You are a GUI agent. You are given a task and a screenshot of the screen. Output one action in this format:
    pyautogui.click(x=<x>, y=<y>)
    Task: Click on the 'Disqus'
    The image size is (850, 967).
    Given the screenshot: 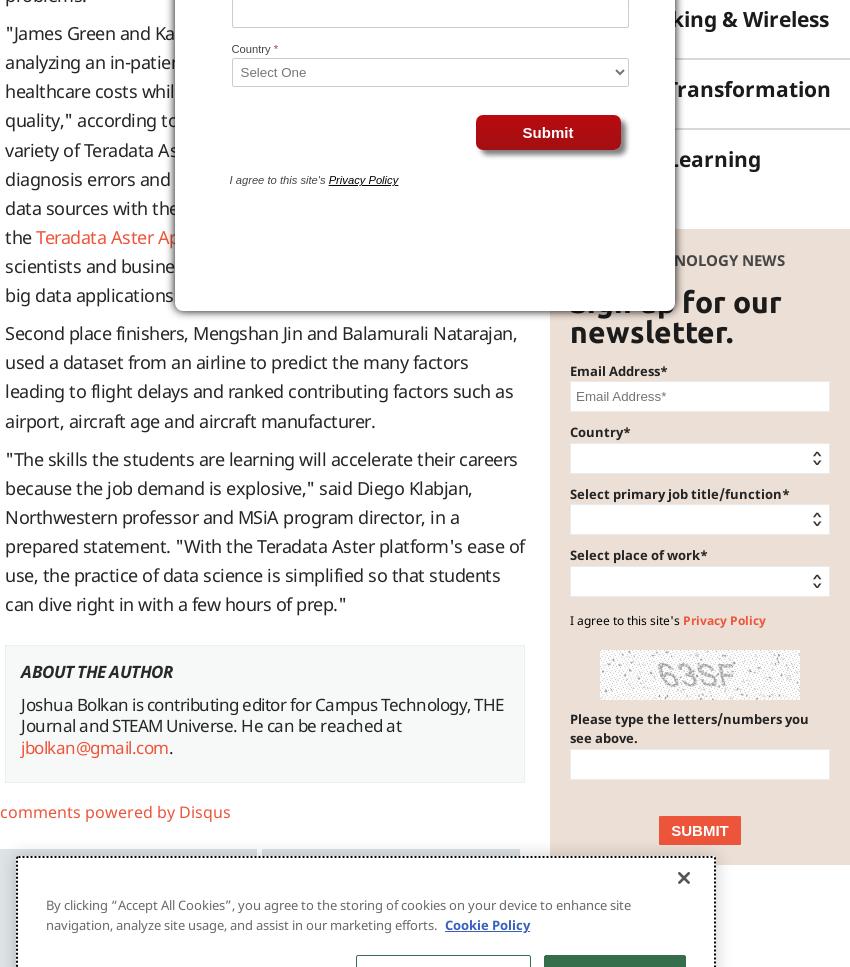 What is the action you would take?
    pyautogui.click(x=204, y=810)
    